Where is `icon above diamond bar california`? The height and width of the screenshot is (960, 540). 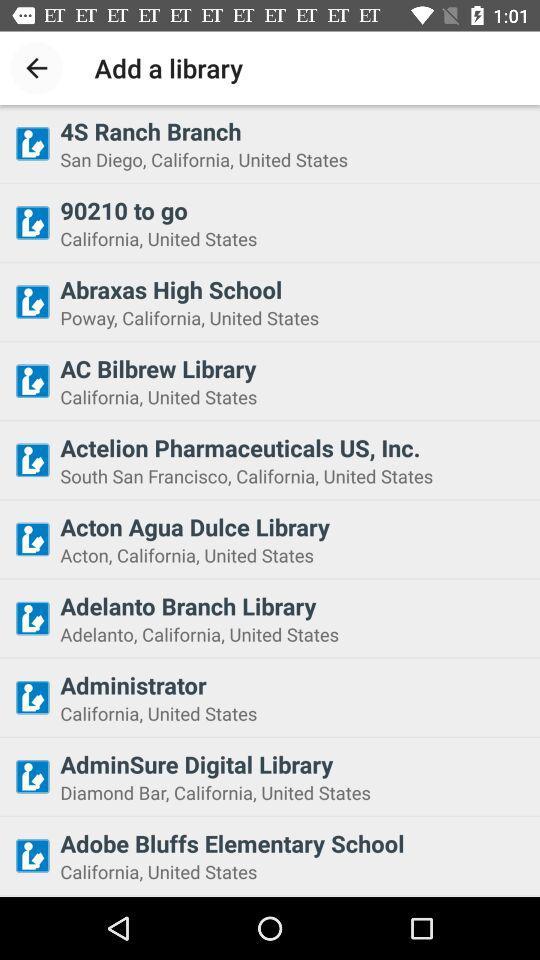
icon above diamond bar california is located at coordinates (293, 763).